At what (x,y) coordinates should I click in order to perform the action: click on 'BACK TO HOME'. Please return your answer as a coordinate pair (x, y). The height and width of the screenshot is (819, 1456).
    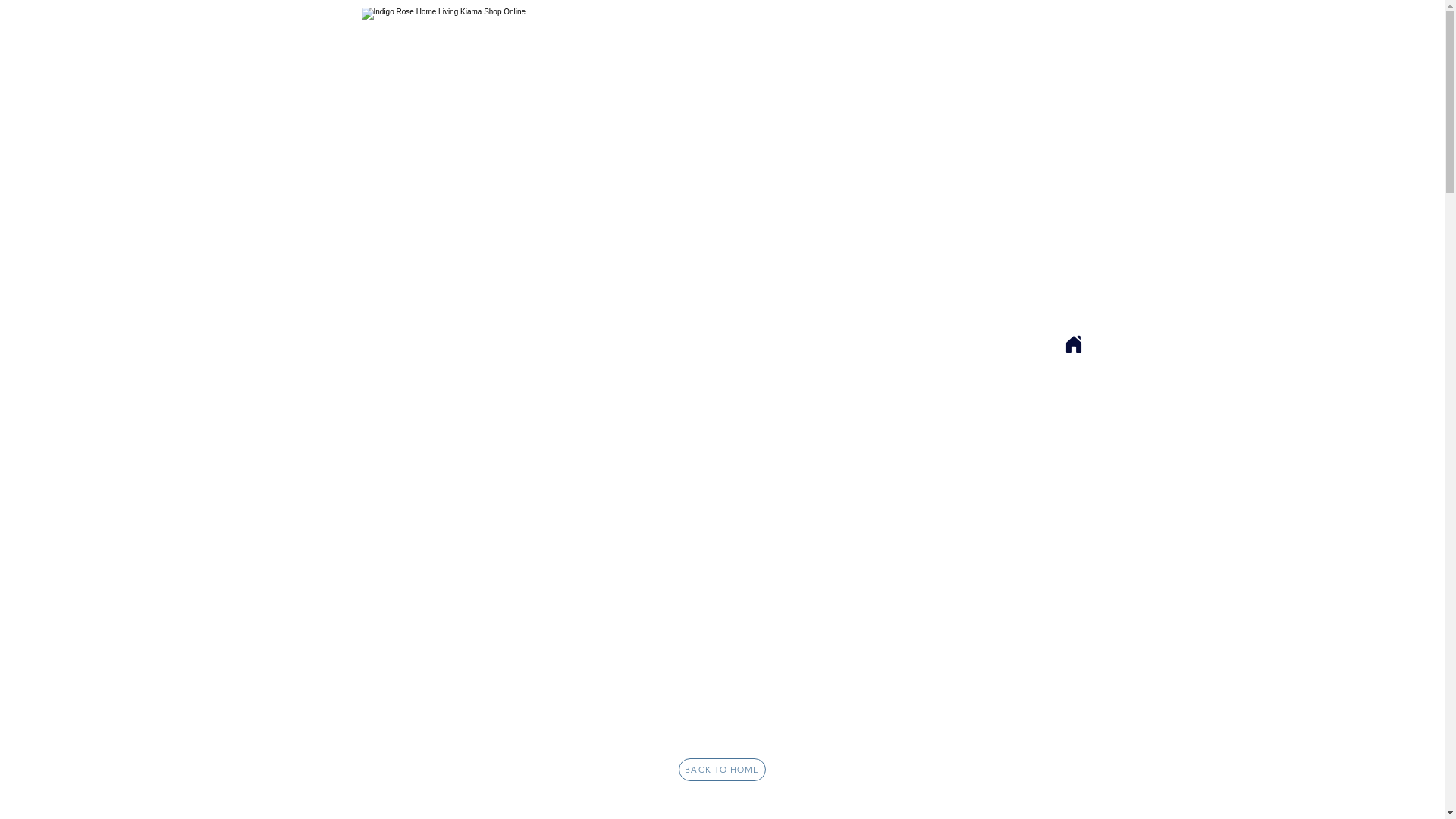
    Looking at the image, I should click on (677, 769).